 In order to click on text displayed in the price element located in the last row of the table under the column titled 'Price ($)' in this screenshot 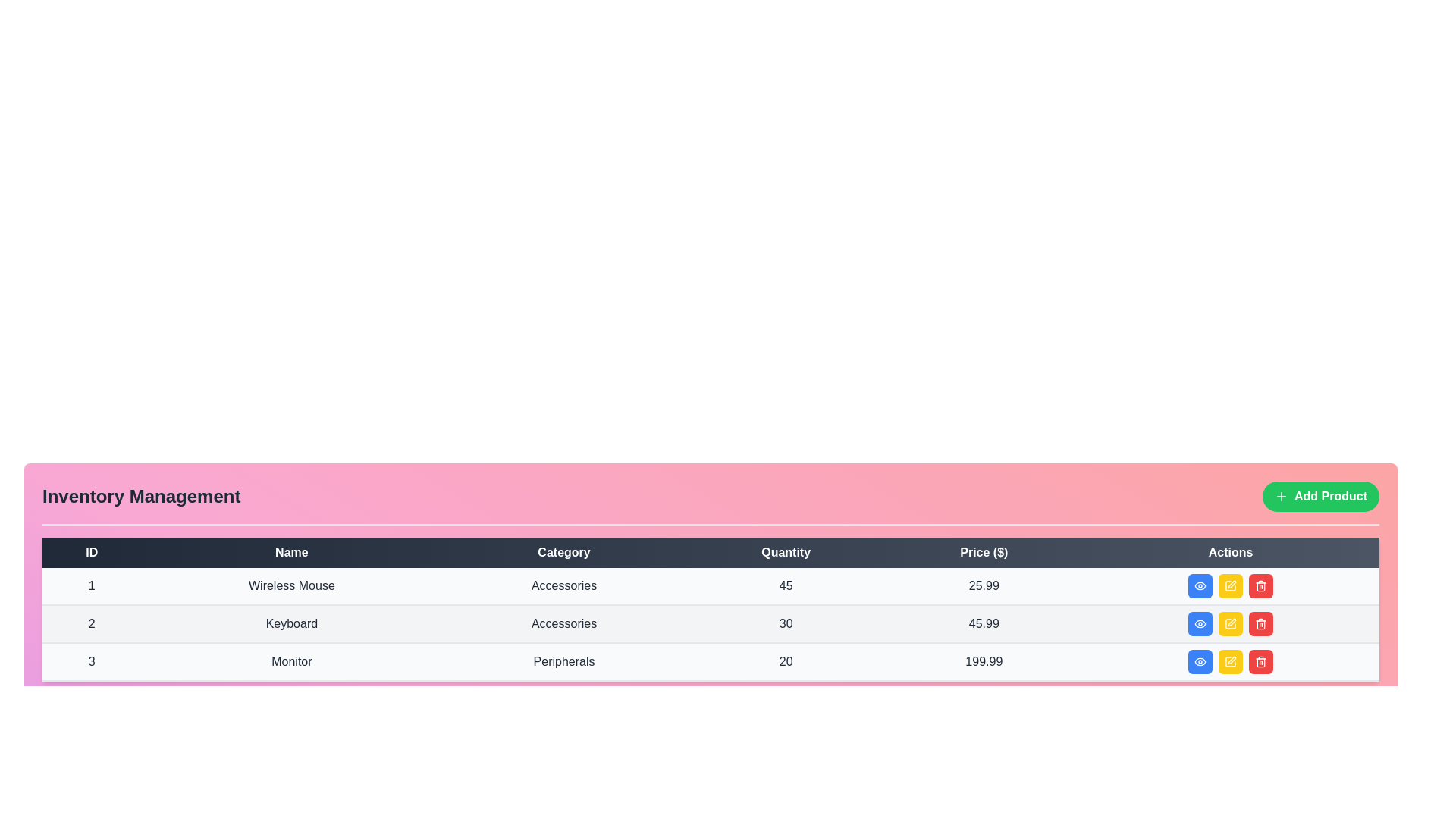, I will do `click(984, 661)`.